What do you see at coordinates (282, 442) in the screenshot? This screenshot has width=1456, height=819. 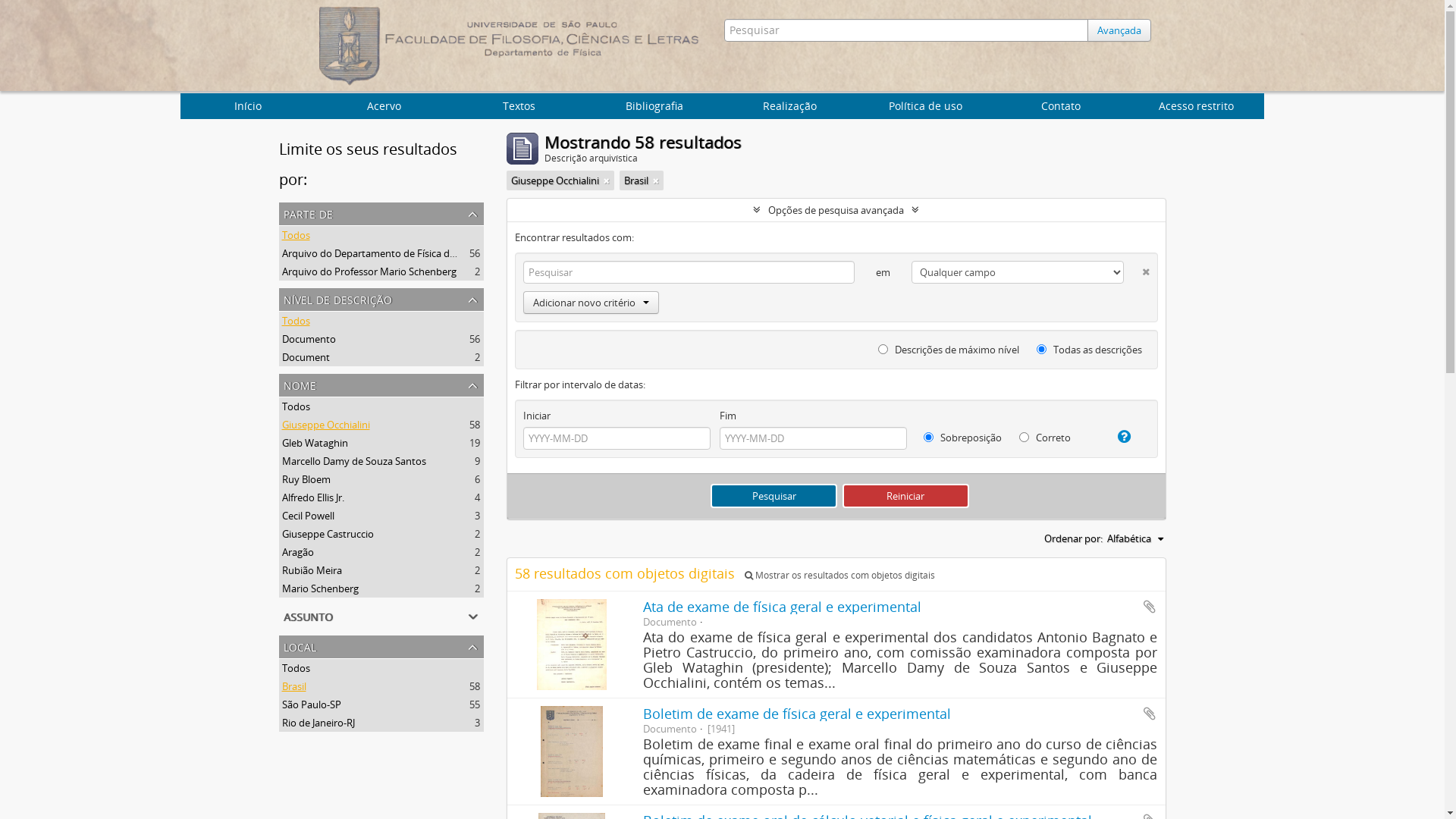 I see `'Gleb Wataghin'` at bounding box center [282, 442].